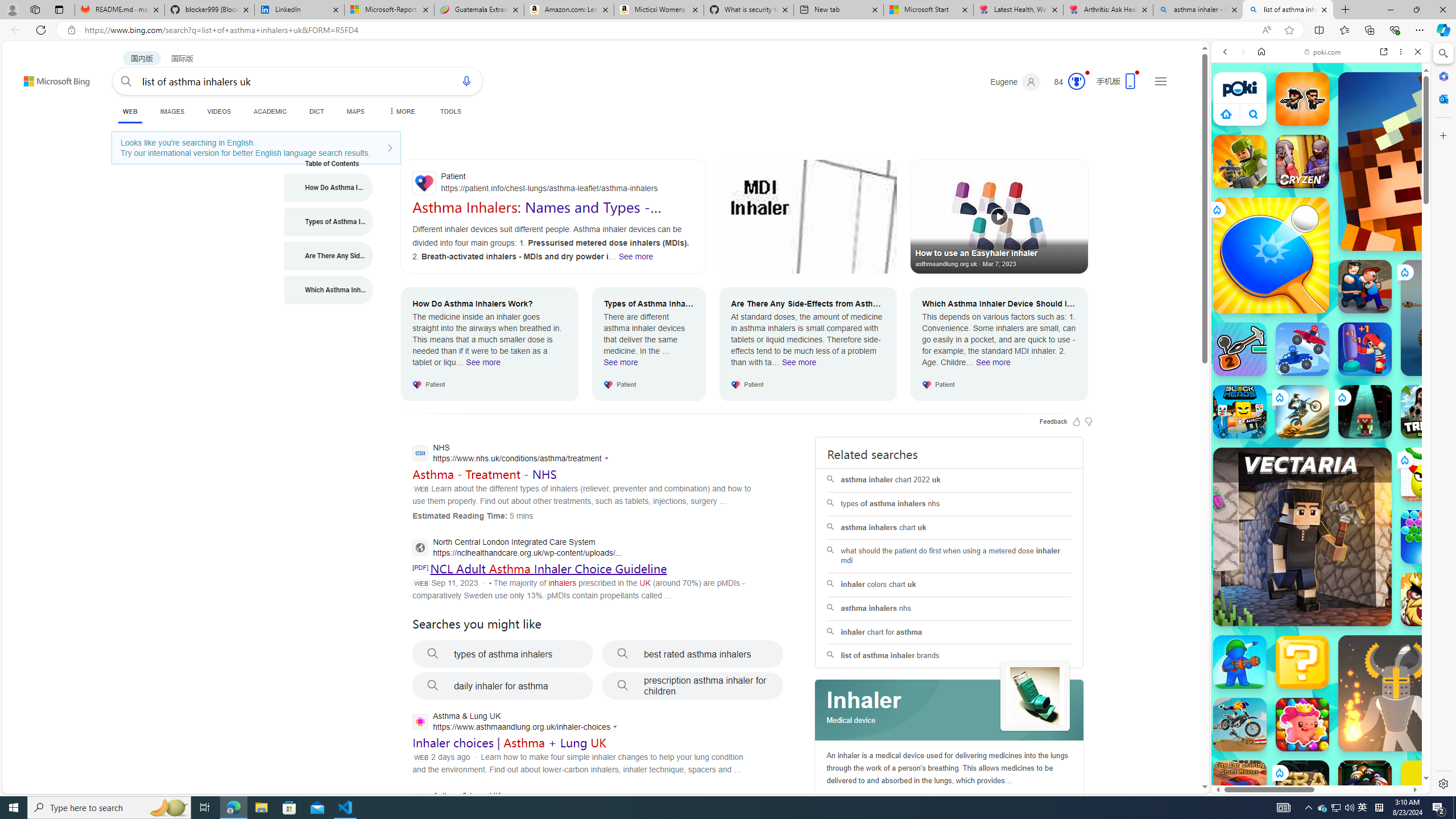  Describe the element at coordinates (1198, 9) in the screenshot. I see `'asthma inhaler - Search'` at that location.